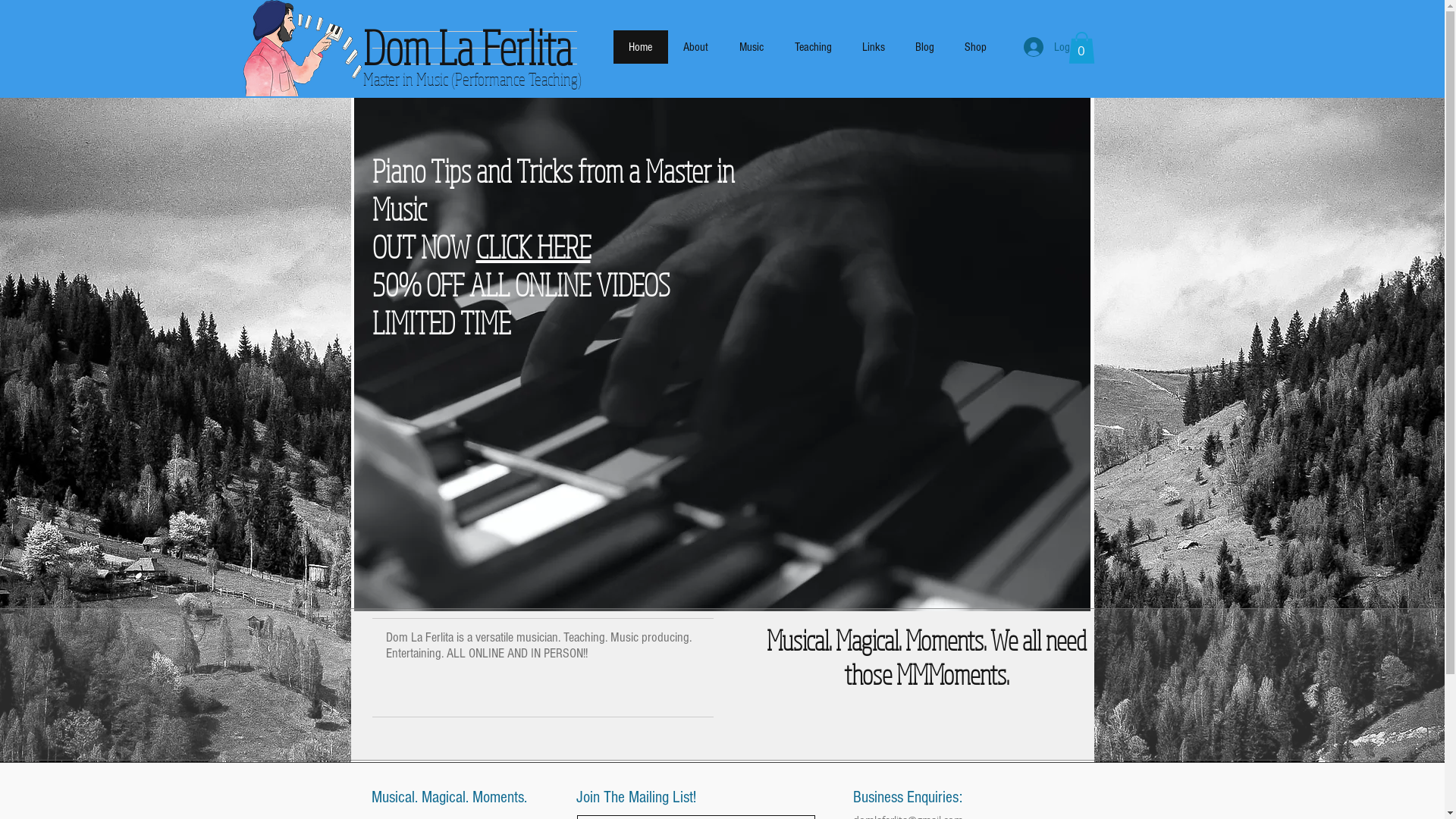  I want to click on 'Music', so click(751, 45).